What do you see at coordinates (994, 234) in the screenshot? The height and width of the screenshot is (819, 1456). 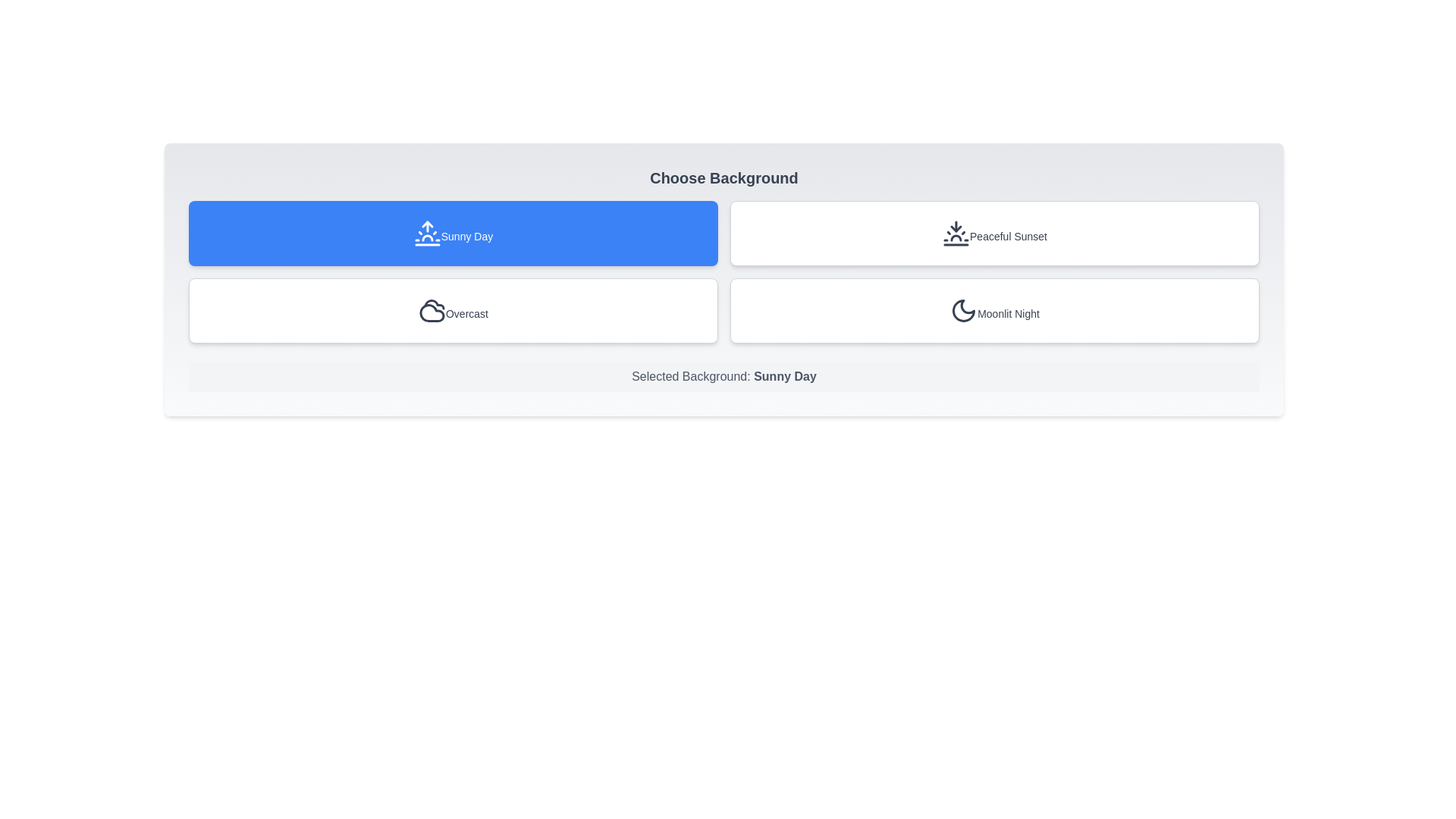 I see `the button for Peaceful Sunset to preview its hover effect` at bounding box center [994, 234].